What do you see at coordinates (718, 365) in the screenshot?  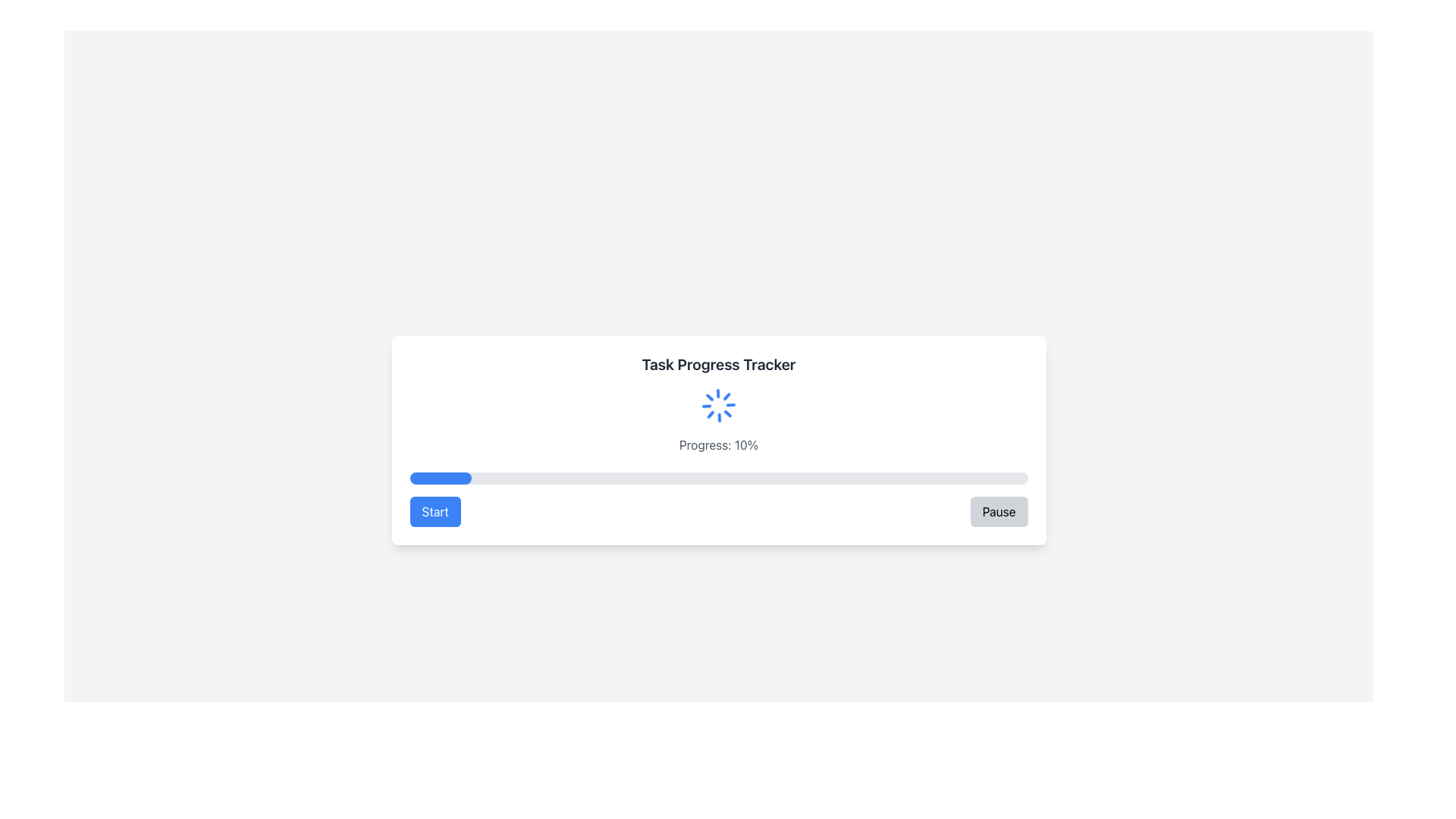 I see `the static text label titled 'Task Progress Tracker' which is displayed in bold, large dark gray font at the top of the rectangular card interface` at bounding box center [718, 365].